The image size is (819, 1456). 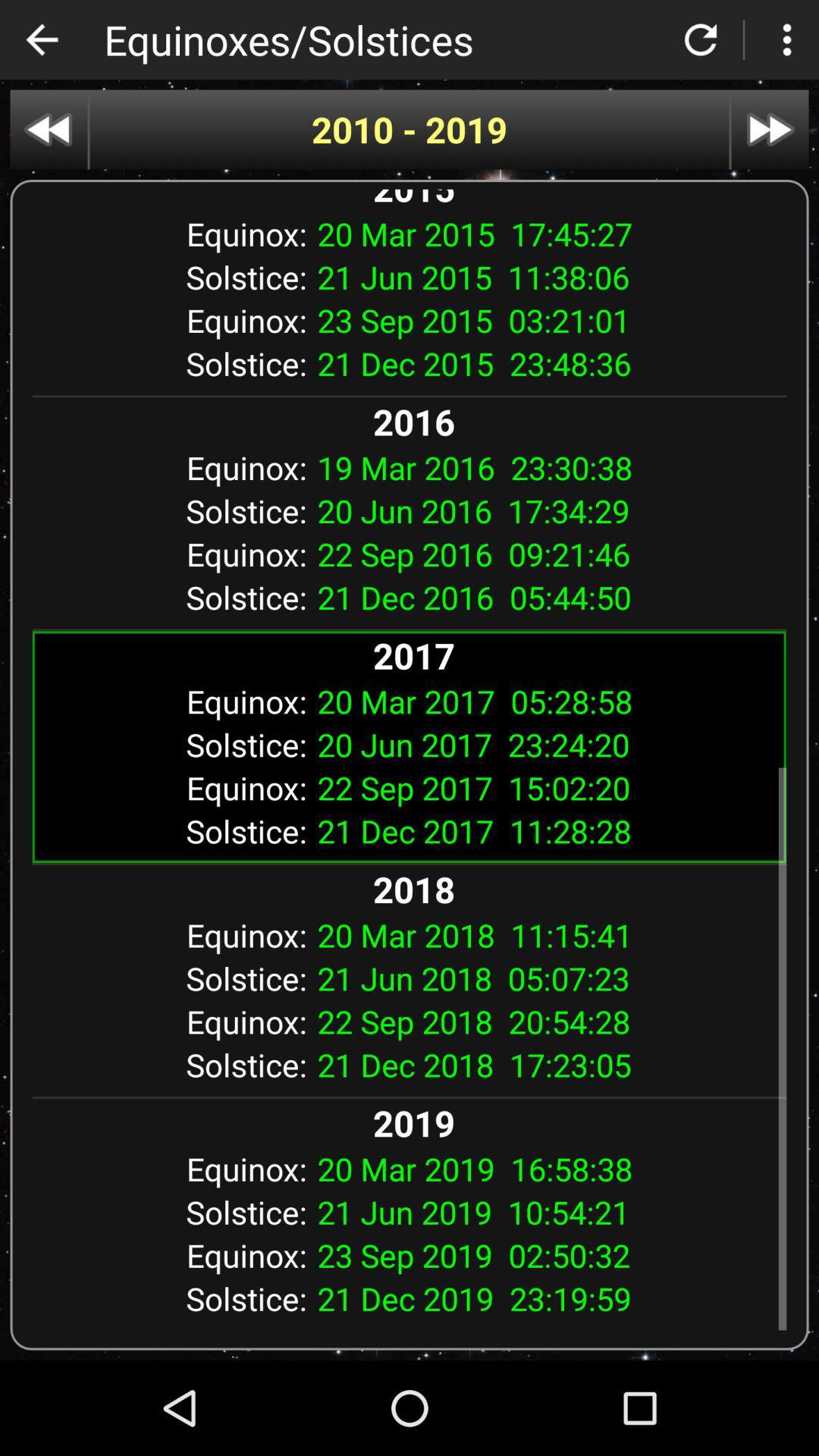 What do you see at coordinates (701, 39) in the screenshot?
I see `it 's a circle with an arrow on it that indicates a page refresh when pressed` at bounding box center [701, 39].